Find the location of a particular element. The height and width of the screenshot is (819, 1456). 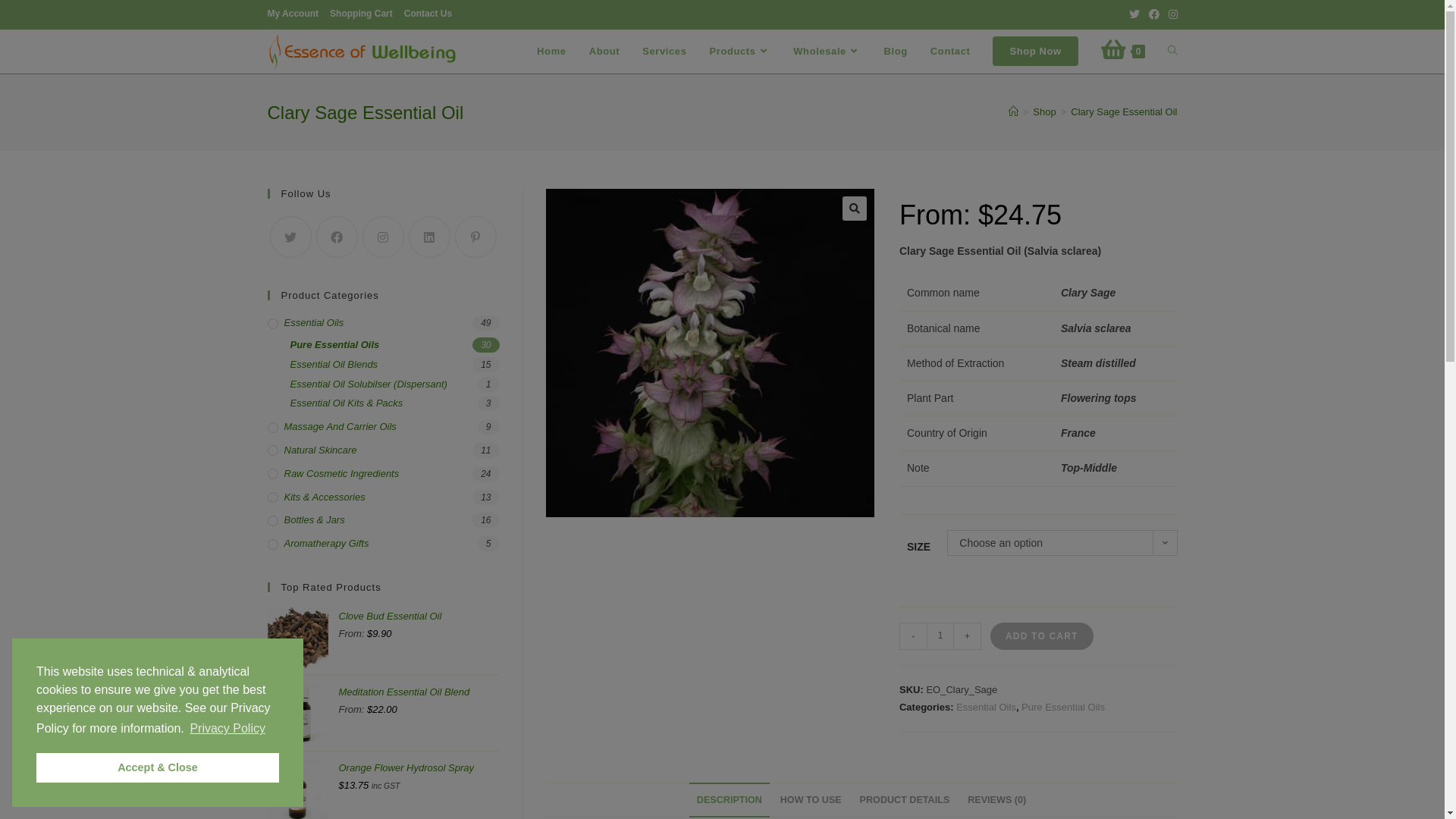

'Orange Flower Hydrosol Spray' is located at coordinates (419, 776).